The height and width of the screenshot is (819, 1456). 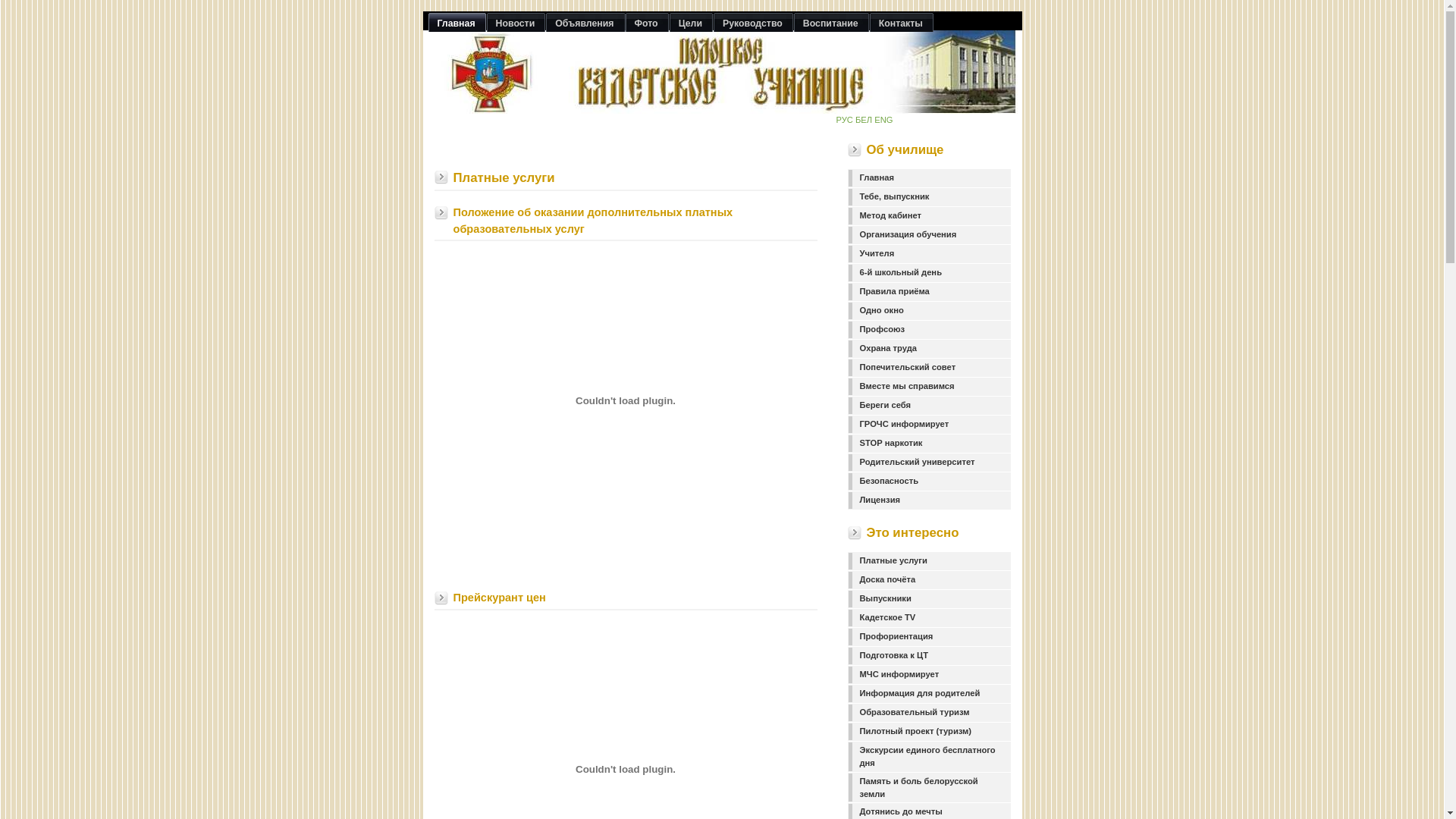 I want to click on 'ENG', so click(x=874, y=119).